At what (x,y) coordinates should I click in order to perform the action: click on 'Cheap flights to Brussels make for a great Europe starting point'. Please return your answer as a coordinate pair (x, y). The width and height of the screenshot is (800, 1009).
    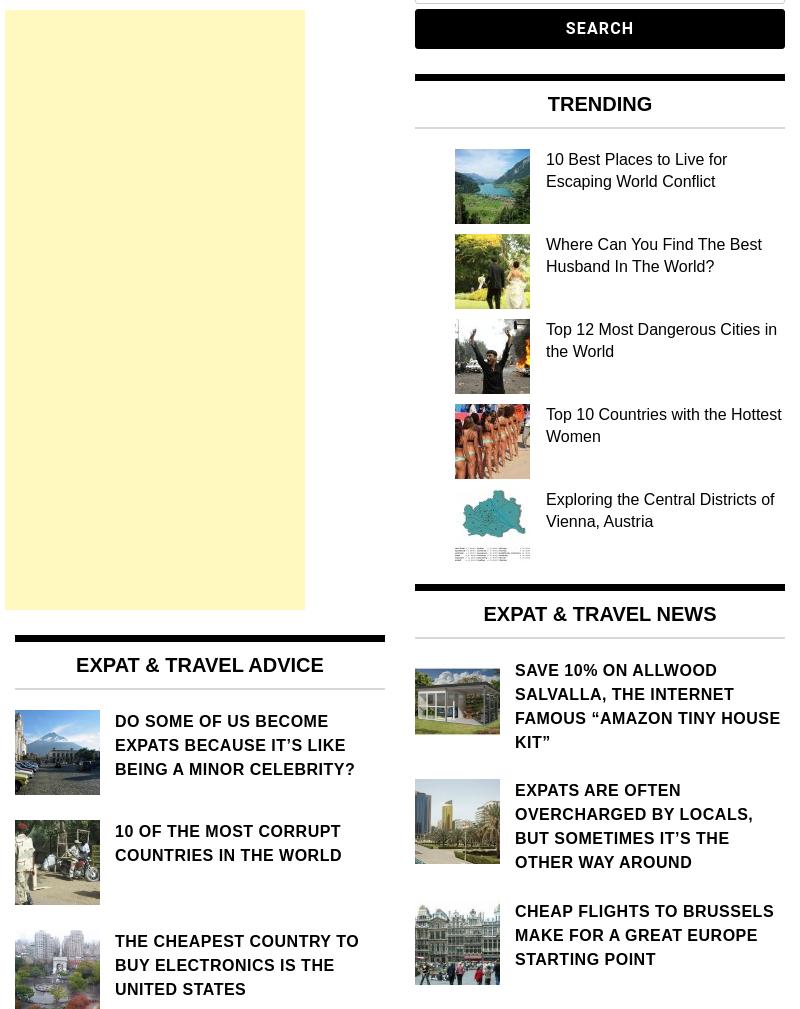
    Looking at the image, I should click on (514, 934).